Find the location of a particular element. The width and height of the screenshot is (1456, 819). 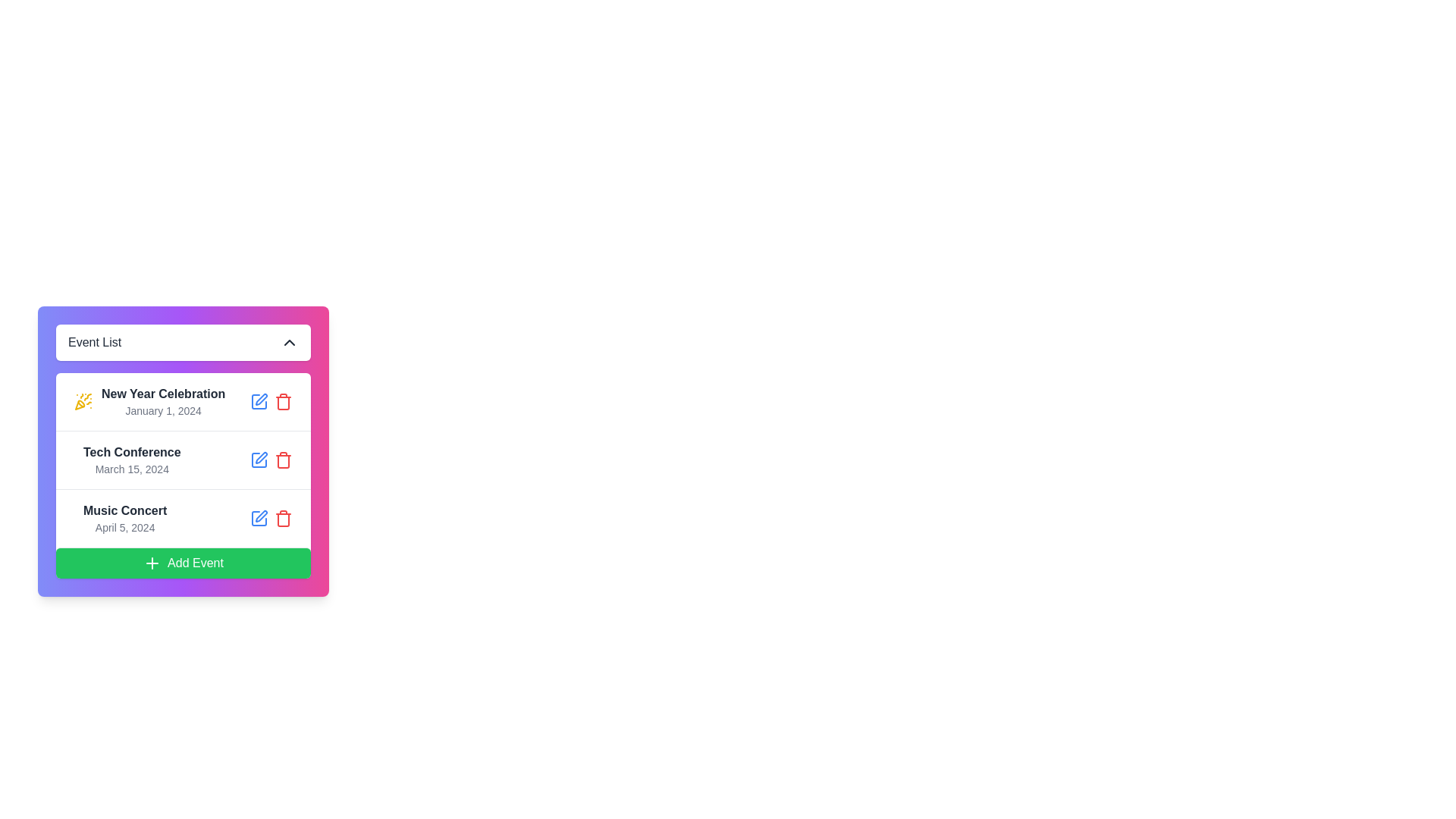

the icon located at the top left corner of the 'Add Event' button is located at coordinates (152, 563).